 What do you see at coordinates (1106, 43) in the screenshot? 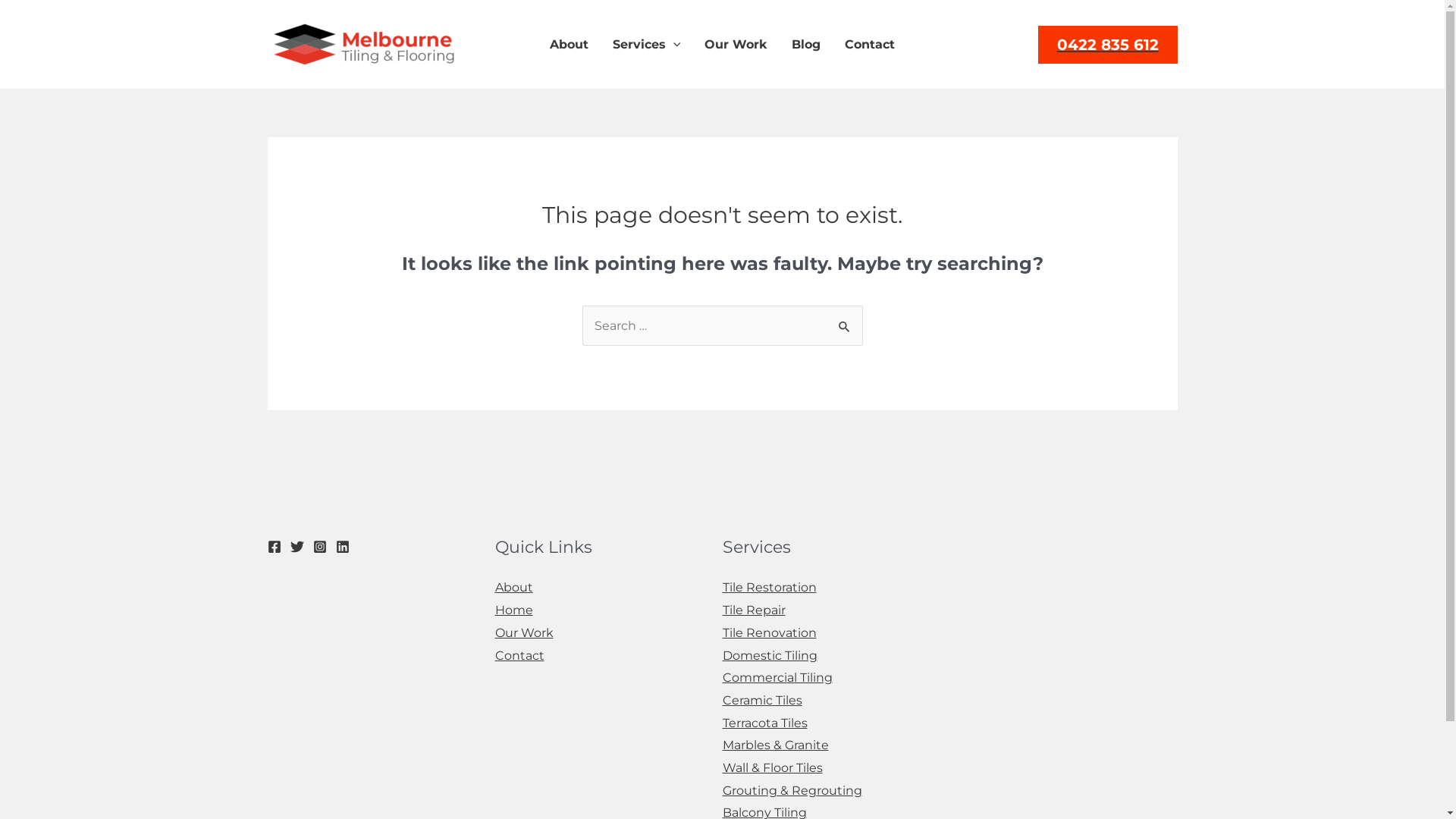
I see `'0422 835 612'` at bounding box center [1106, 43].